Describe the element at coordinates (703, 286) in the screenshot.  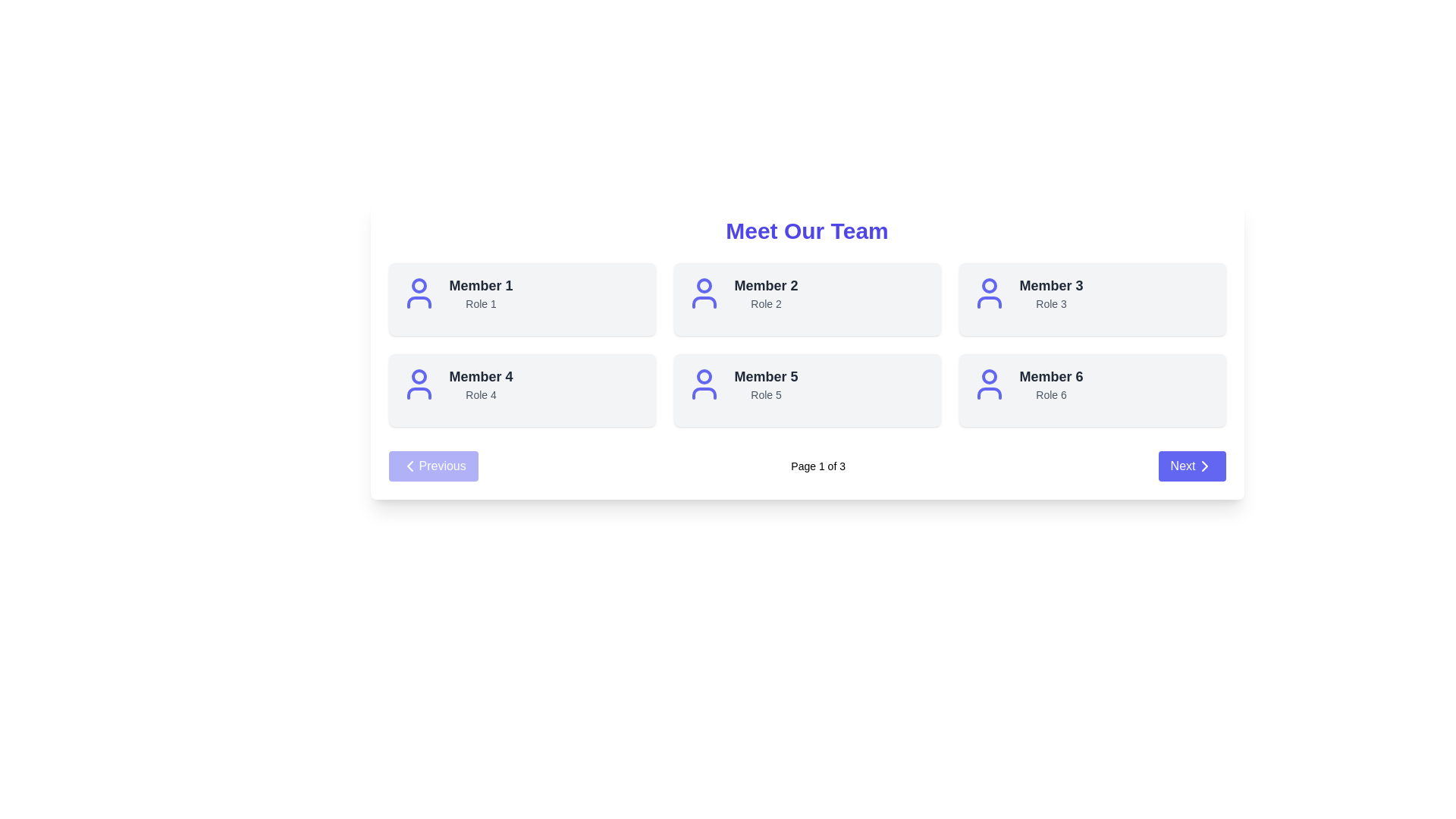
I see `the circular icon component centered within the user silhouette in the 'Member 2' card located in the second column of the first row` at that location.